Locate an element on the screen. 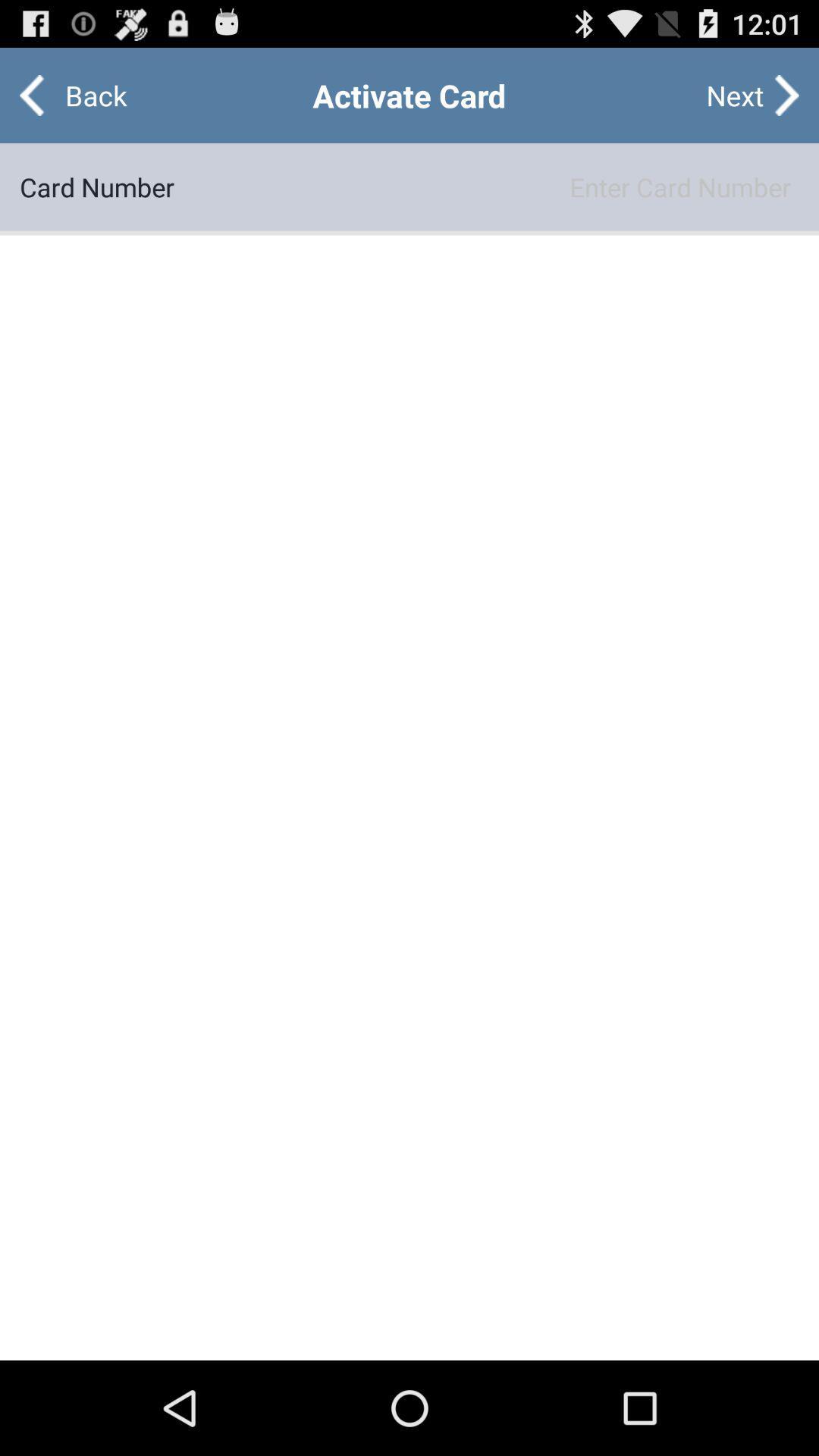 Image resolution: width=819 pixels, height=1456 pixels. item below the next is located at coordinates (486, 186).